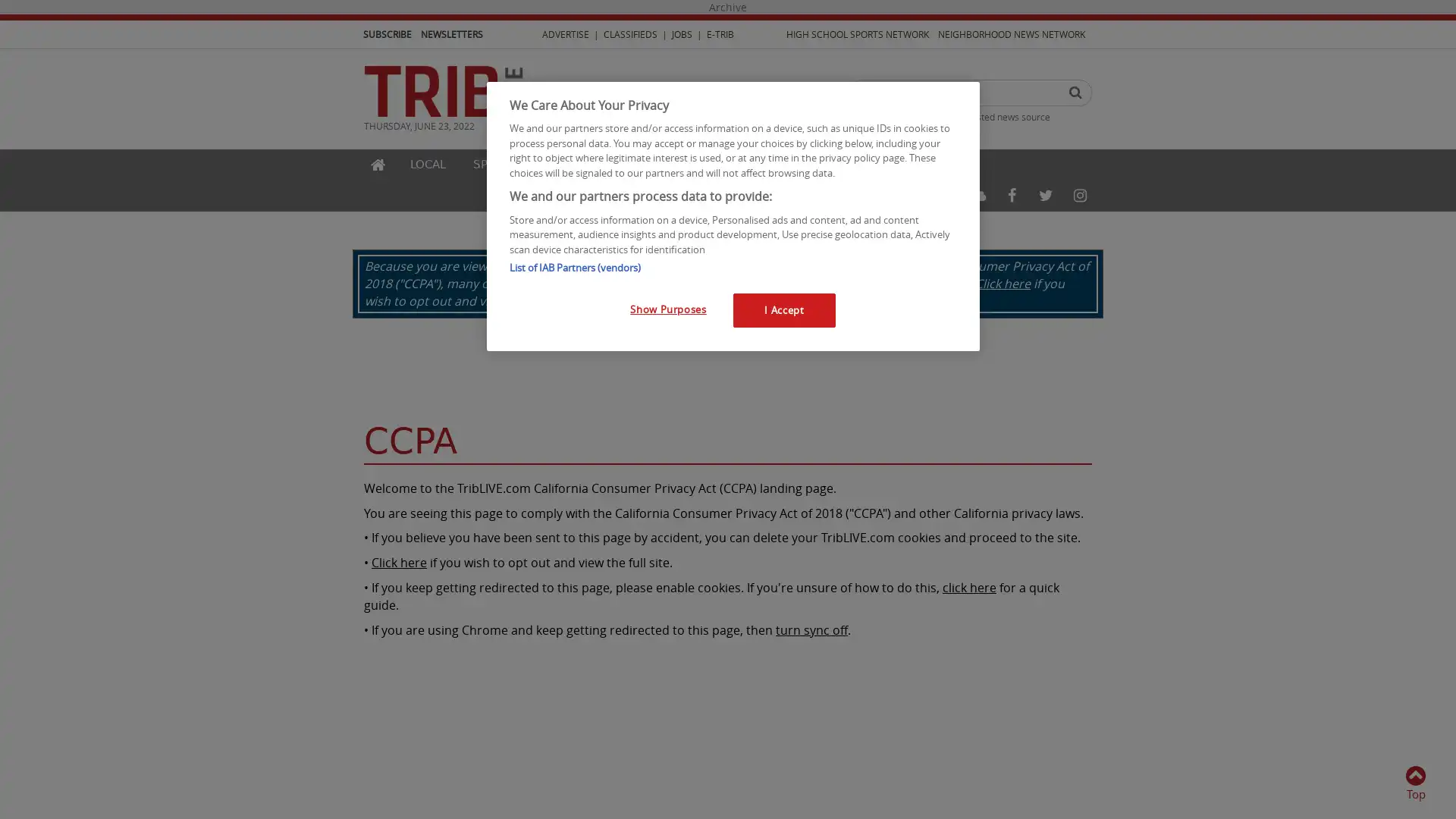 Image resolution: width=1456 pixels, height=819 pixels. What do you see at coordinates (733, 267) in the screenshot?
I see `List of IAB Partners (vendors)` at bounding box center [733, 267].